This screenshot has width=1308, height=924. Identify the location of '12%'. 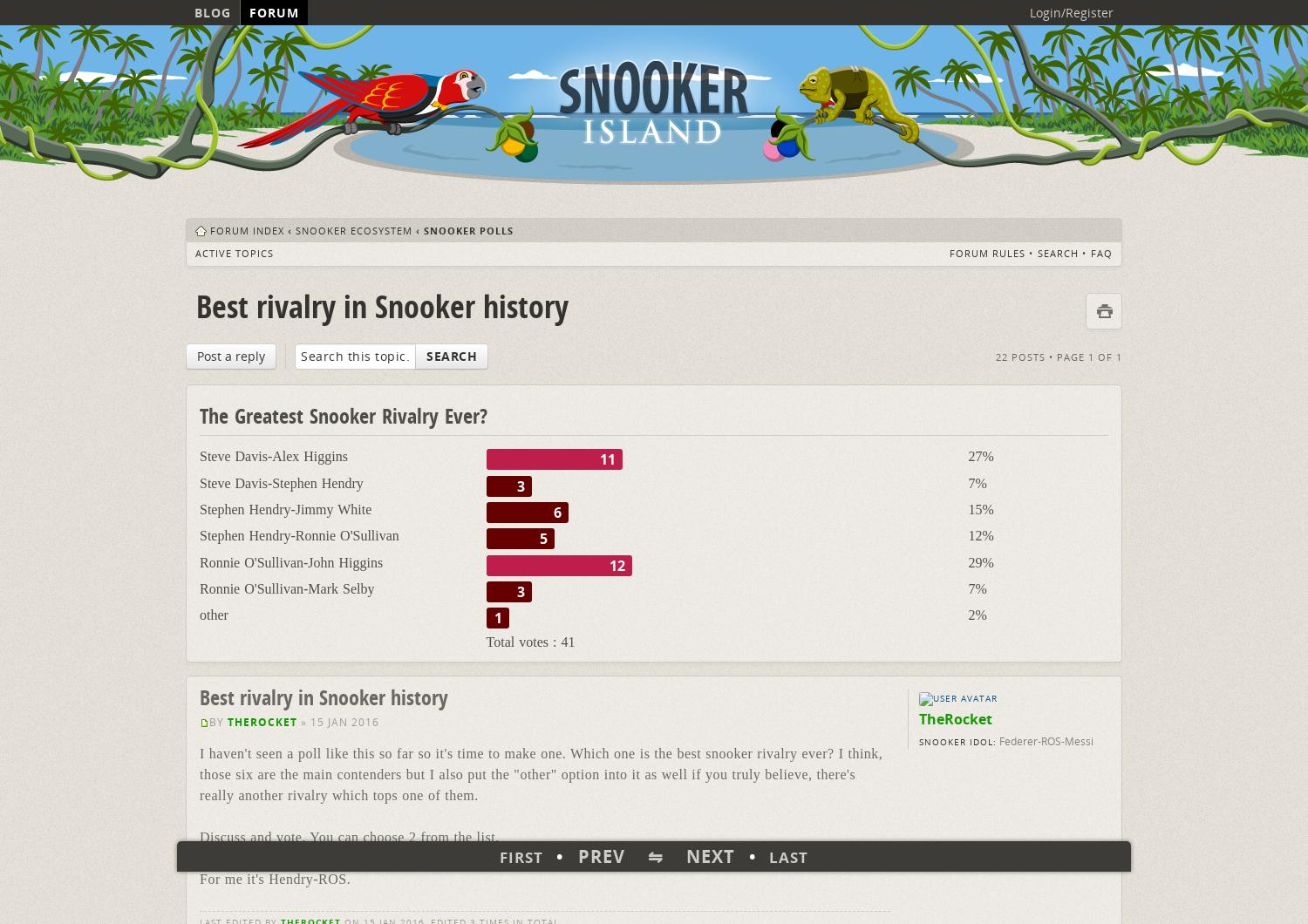
(979, 535).